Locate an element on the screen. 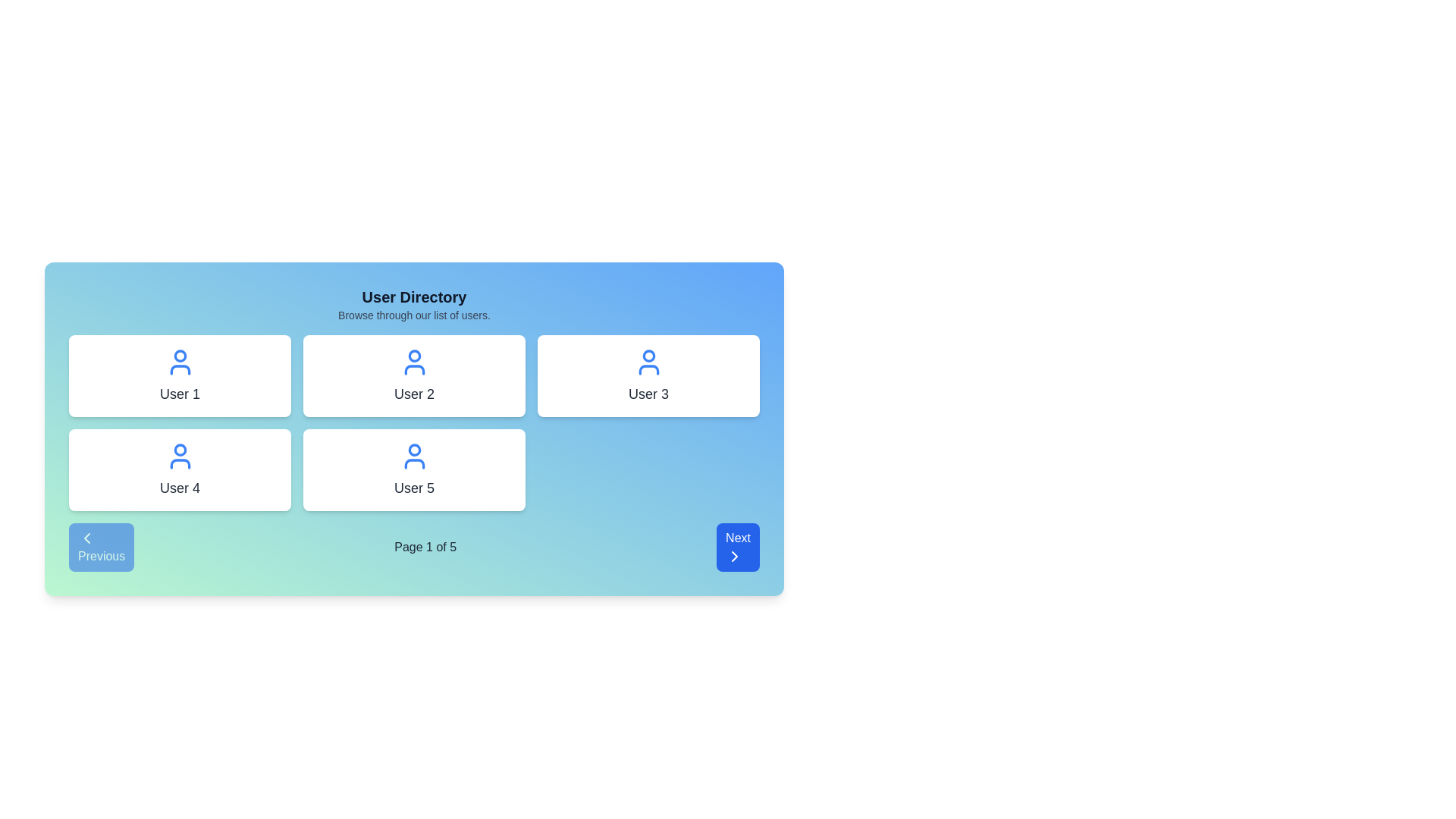 This screenshot has height=819, width=1456. the pagination control button located at the bottom-right corner of the interface, which enables navigation to the next page of displayed content is located at coordinates (738, 547).